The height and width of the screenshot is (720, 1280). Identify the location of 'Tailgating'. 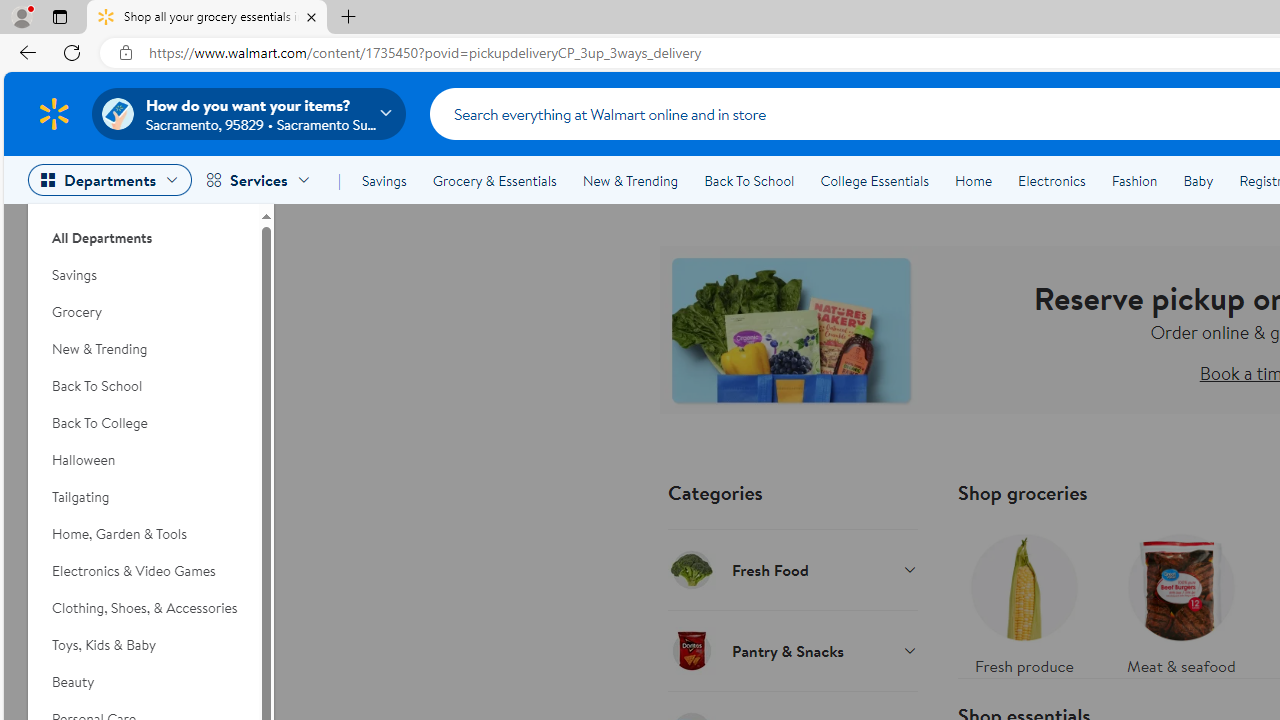
(142, 496).